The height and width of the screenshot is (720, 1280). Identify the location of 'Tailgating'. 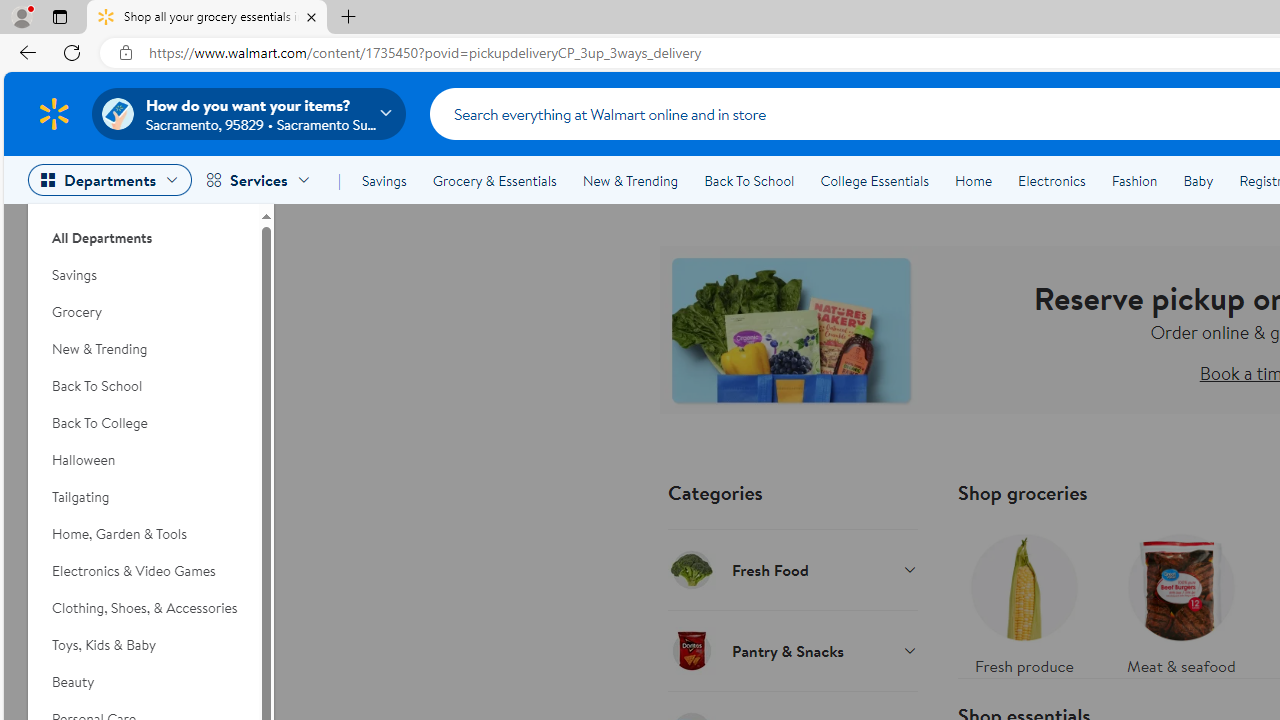
(142, 496).